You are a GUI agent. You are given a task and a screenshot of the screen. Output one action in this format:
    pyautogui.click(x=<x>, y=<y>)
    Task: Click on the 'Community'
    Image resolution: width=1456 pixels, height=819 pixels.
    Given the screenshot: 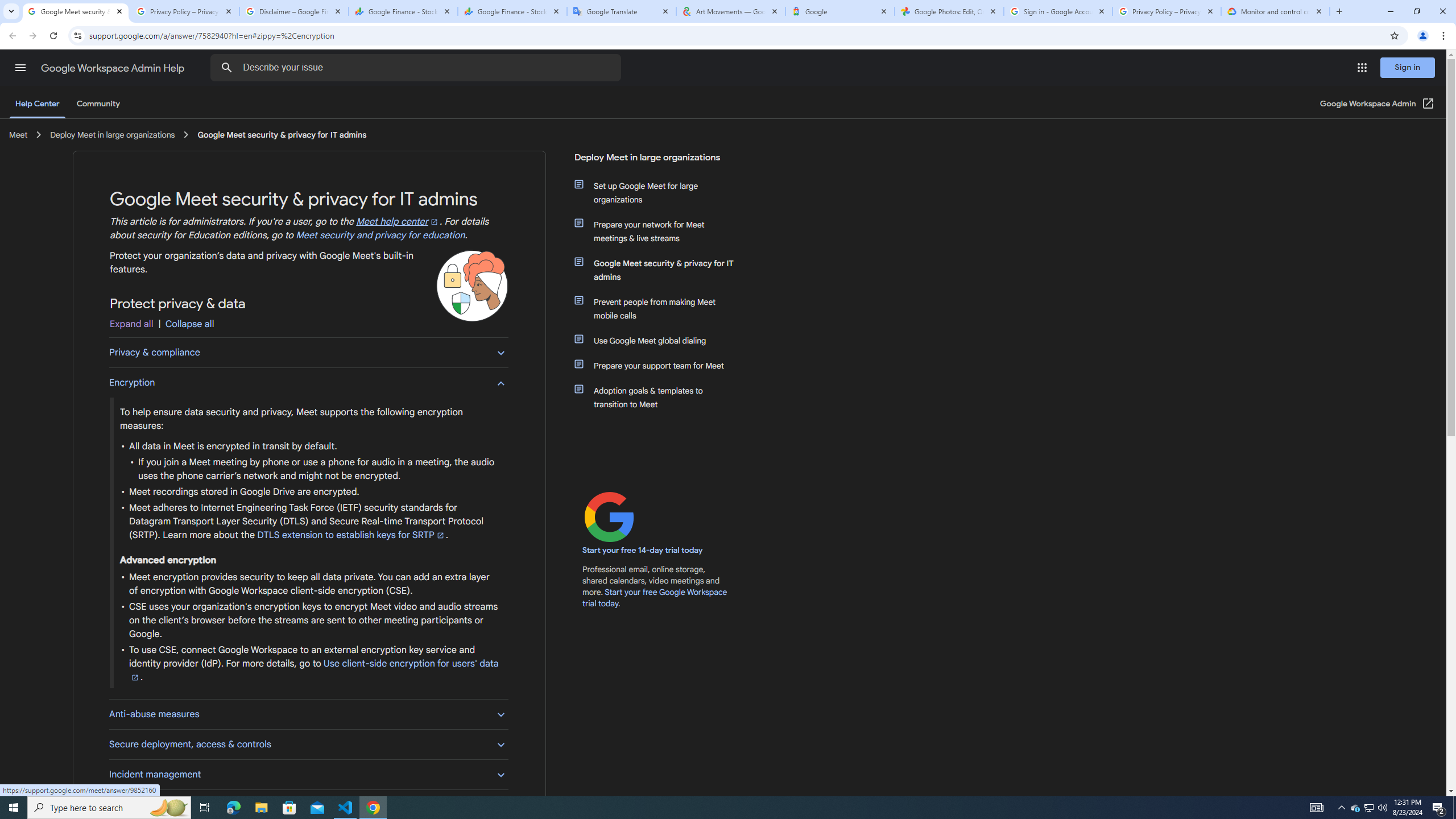 What is the action you would take?
    pyautogui.click(x=97, y=103)
    